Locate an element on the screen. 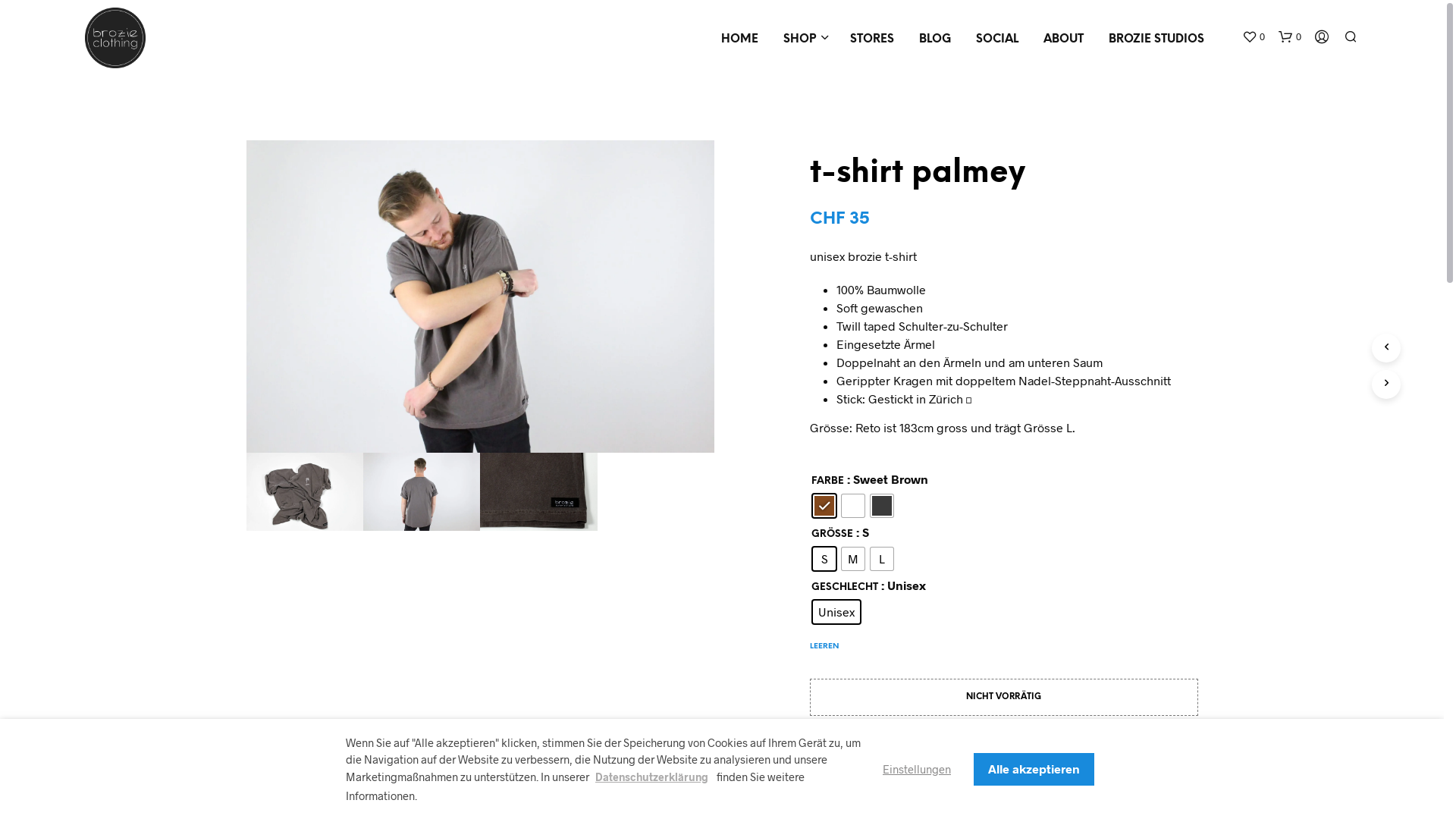  'Einstellungen' is located at coordinates (916, 768).